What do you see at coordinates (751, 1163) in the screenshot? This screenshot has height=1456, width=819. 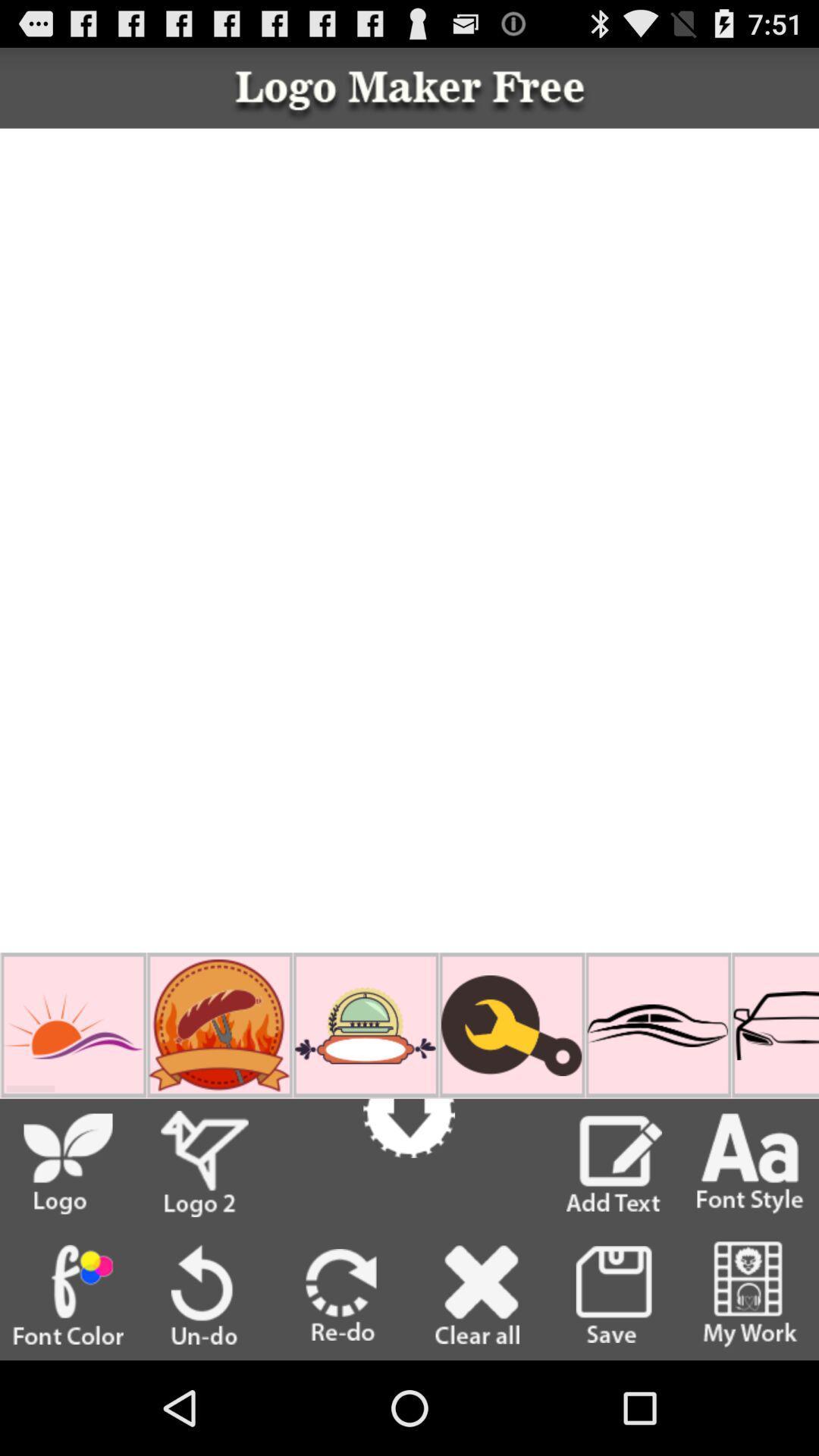 I see `the font style` at bounding box center [751, 1163].